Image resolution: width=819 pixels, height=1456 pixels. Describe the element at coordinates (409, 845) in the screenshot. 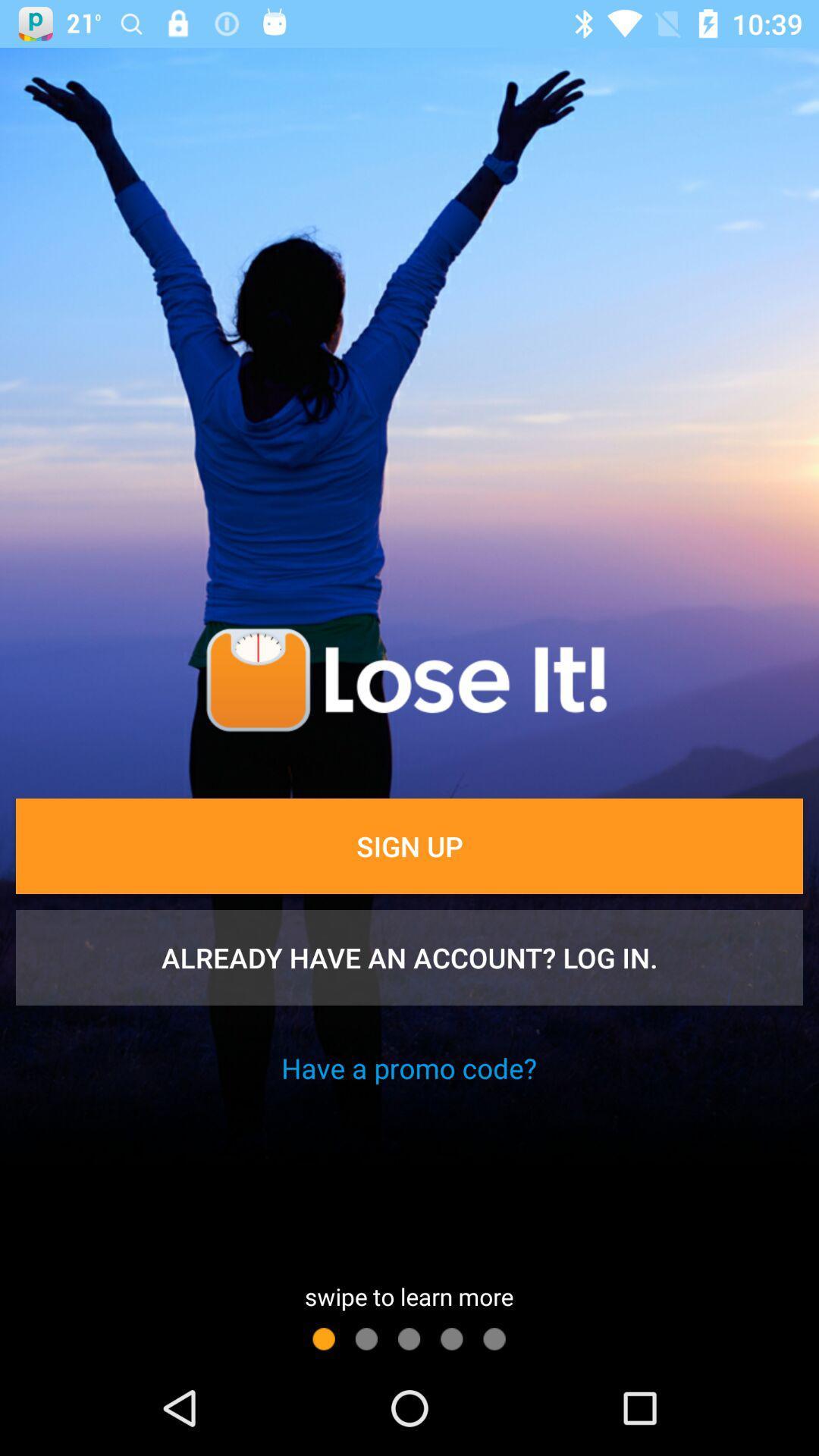

I see `the sign up item` at that location.